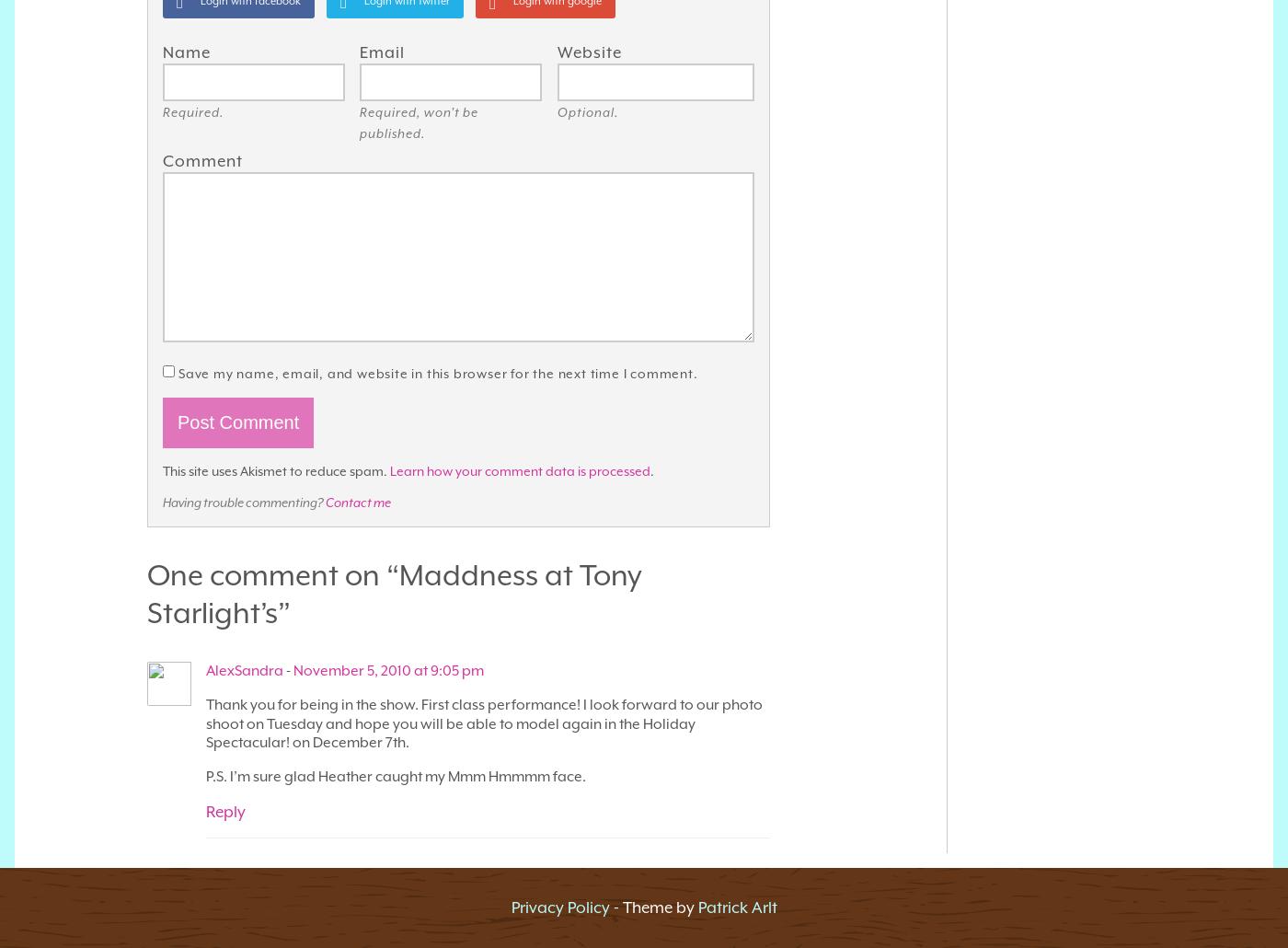  I want to click on 'Comment', so click(162, 159).